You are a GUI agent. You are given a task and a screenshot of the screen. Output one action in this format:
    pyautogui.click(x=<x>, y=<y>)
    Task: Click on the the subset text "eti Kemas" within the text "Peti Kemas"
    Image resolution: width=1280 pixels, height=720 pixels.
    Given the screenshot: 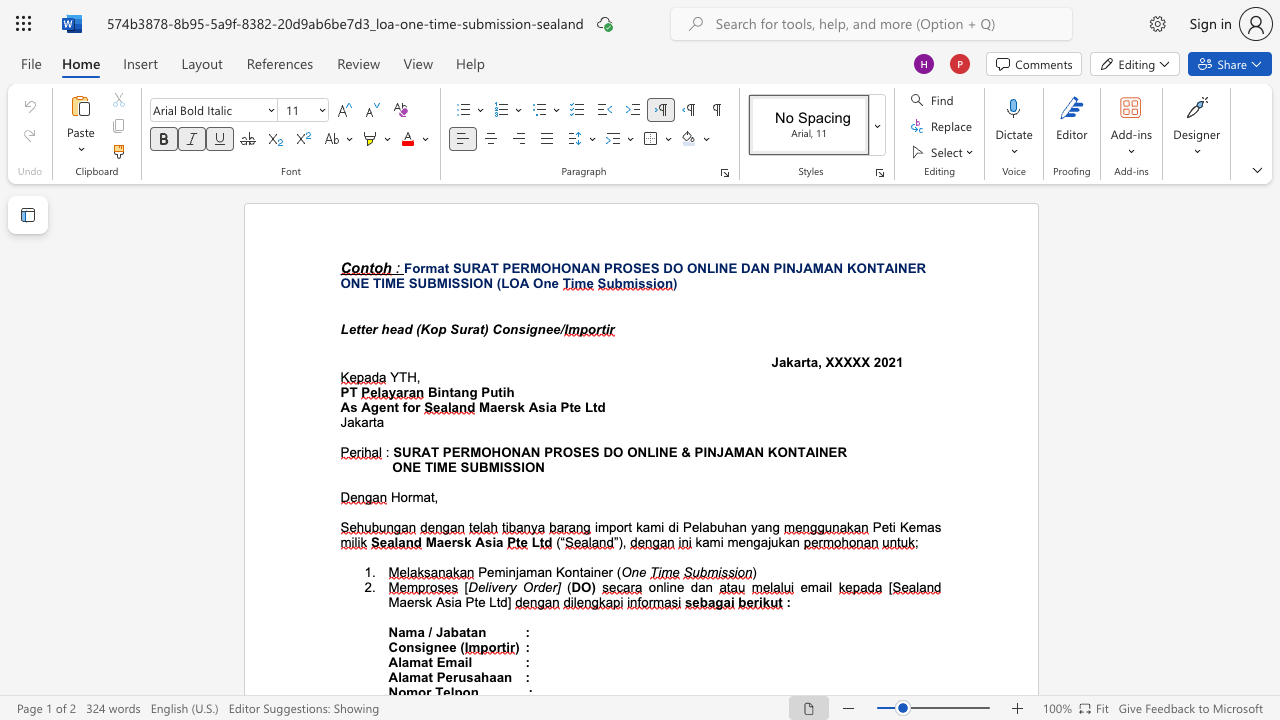 What is the action you would take?
    pyautogui.click(x=880, y=526)
    